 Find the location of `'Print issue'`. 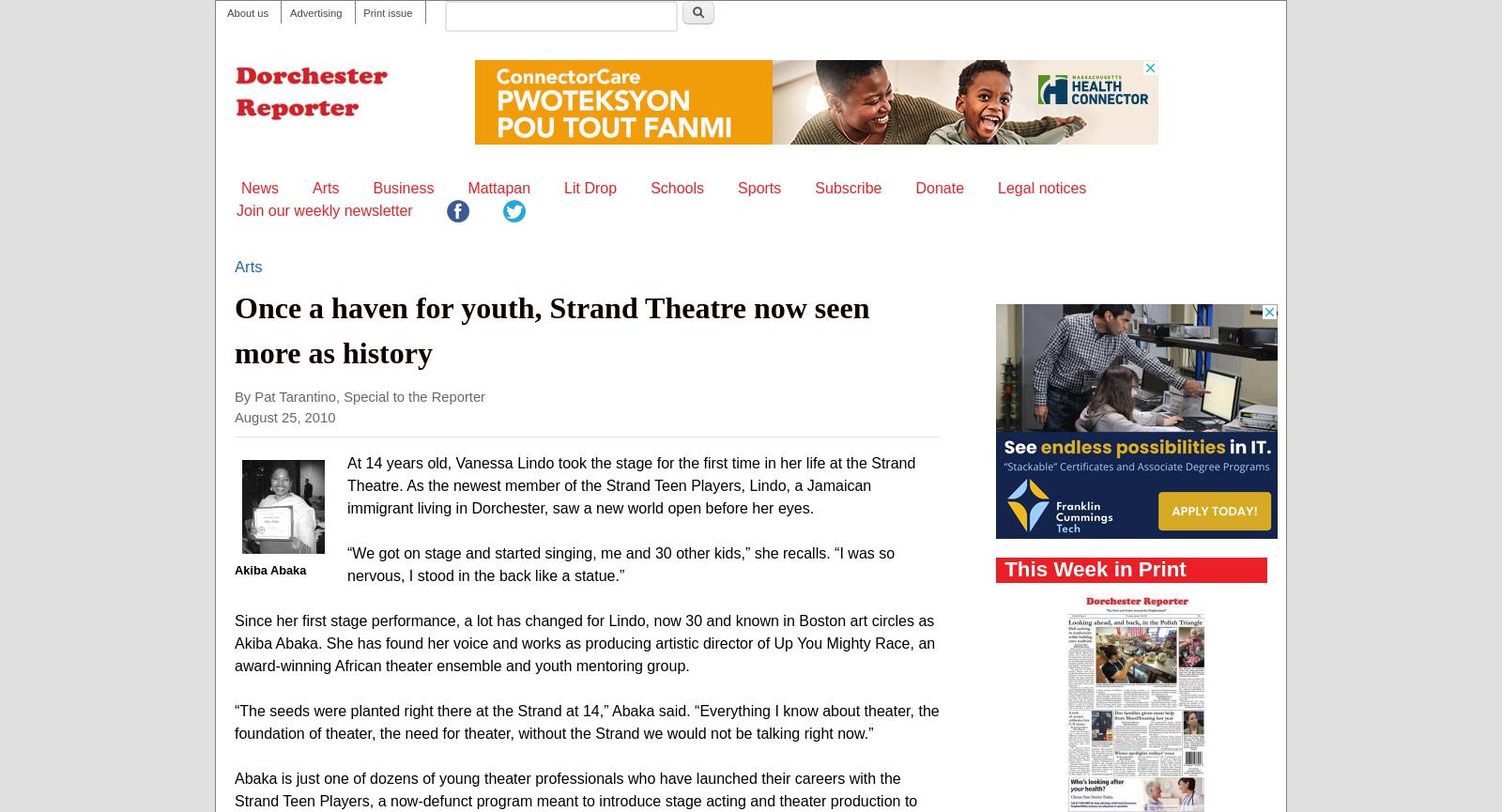

'Print issue' is located at coordinates (363, 13).